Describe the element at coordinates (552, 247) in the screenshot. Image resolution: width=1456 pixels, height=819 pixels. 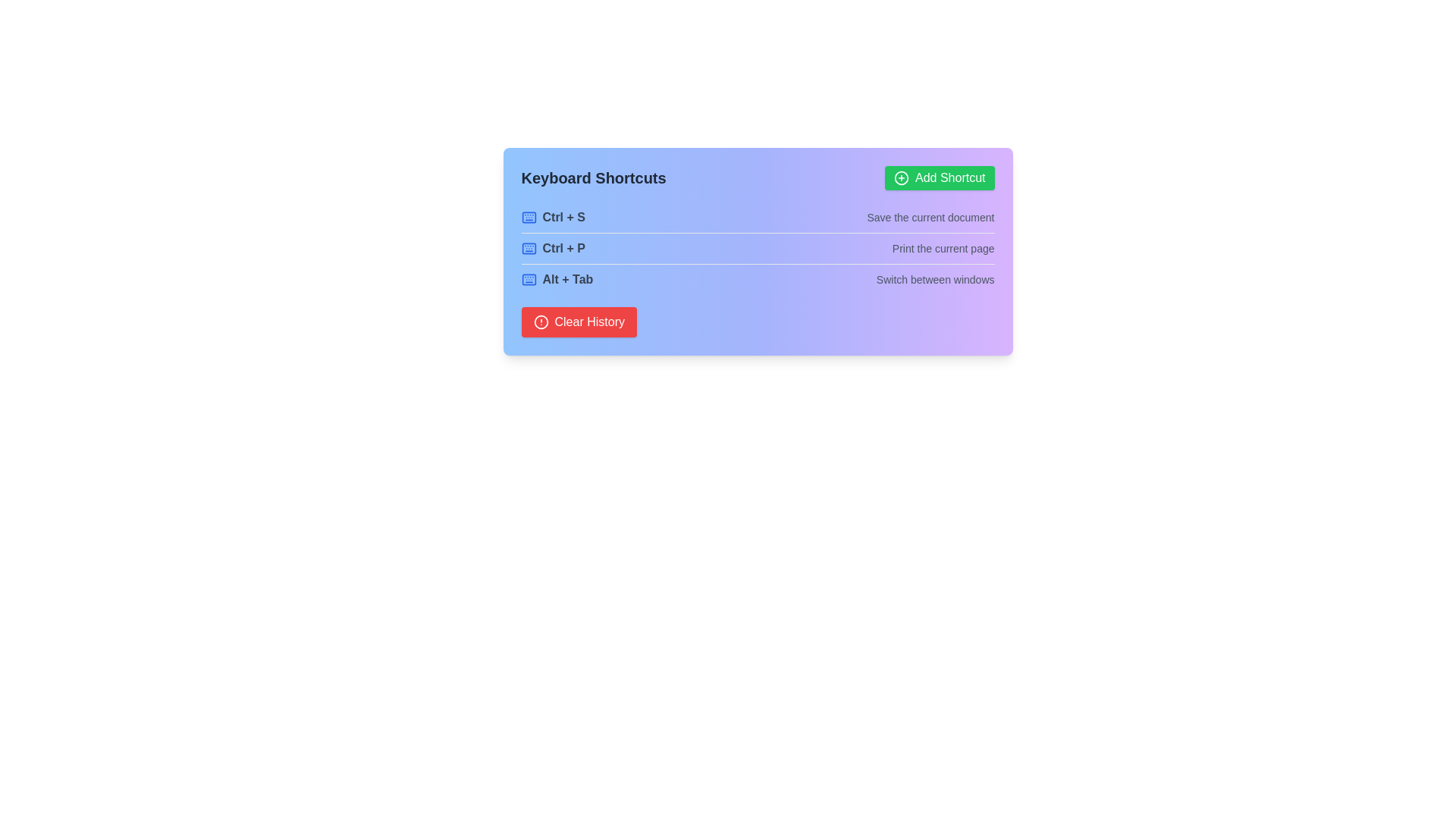
I see `displayed text of the keyboard shortcut instruction element, which indicates that pressing 'Ctrl + P' will execute a specific action related to printing` at that location.